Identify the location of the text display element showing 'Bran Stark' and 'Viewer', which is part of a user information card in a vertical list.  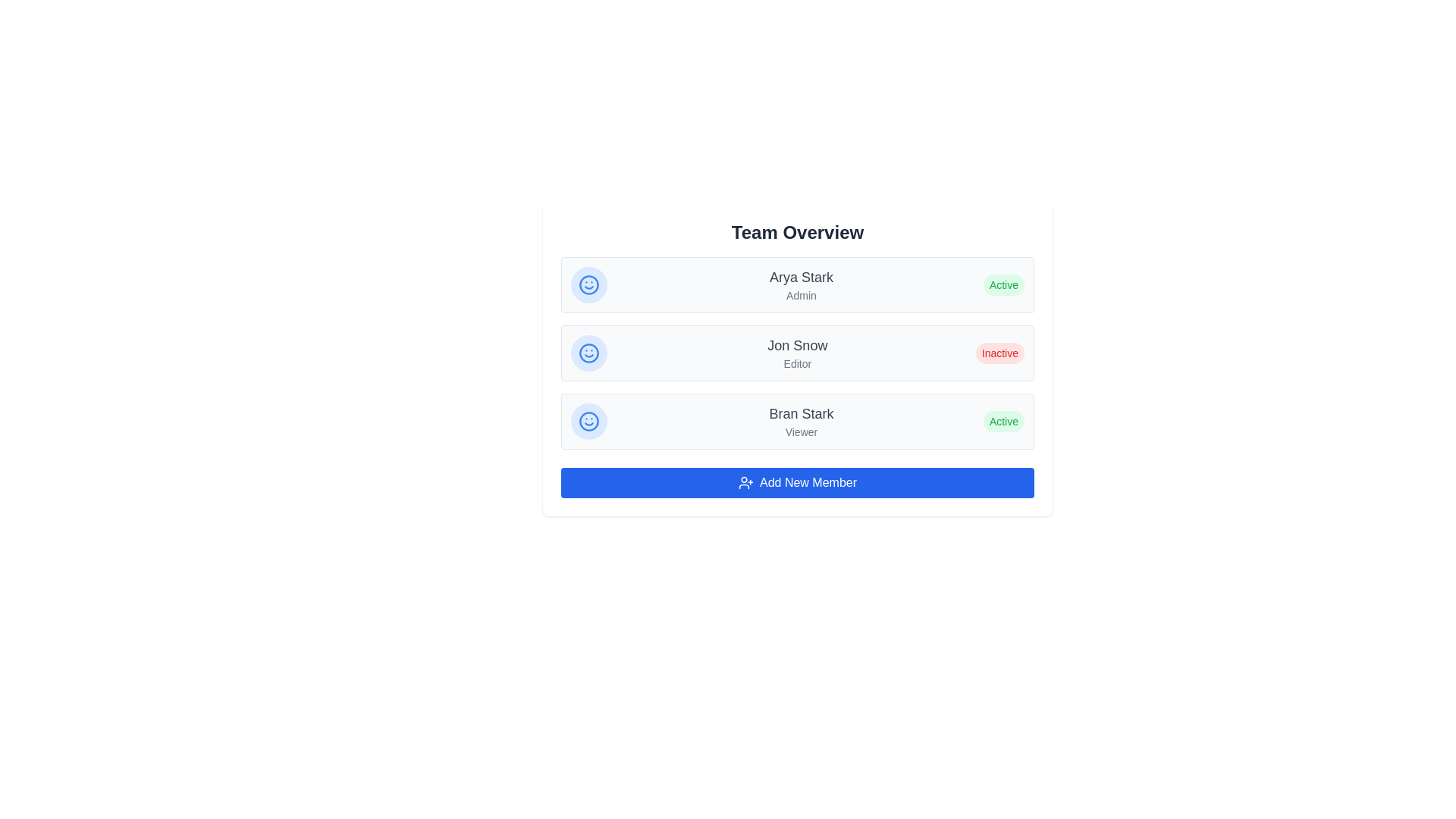
(800, 421).